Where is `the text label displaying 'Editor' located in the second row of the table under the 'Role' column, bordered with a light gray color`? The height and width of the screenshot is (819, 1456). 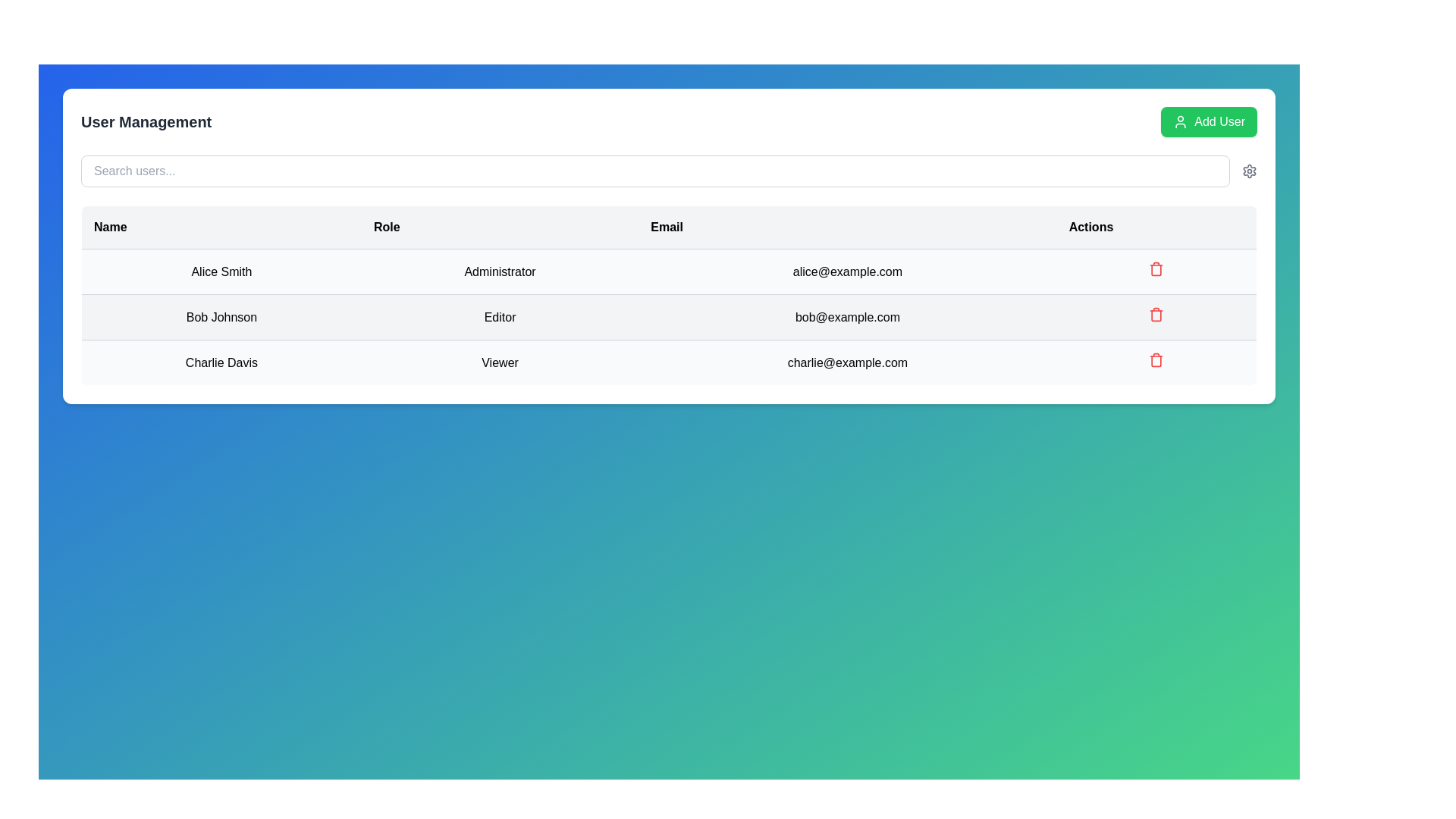
the text label displaying 'Editor' located in the second row of the table under the 'Role' column, bordered with a light gray color is located at coordinates (500, 316).